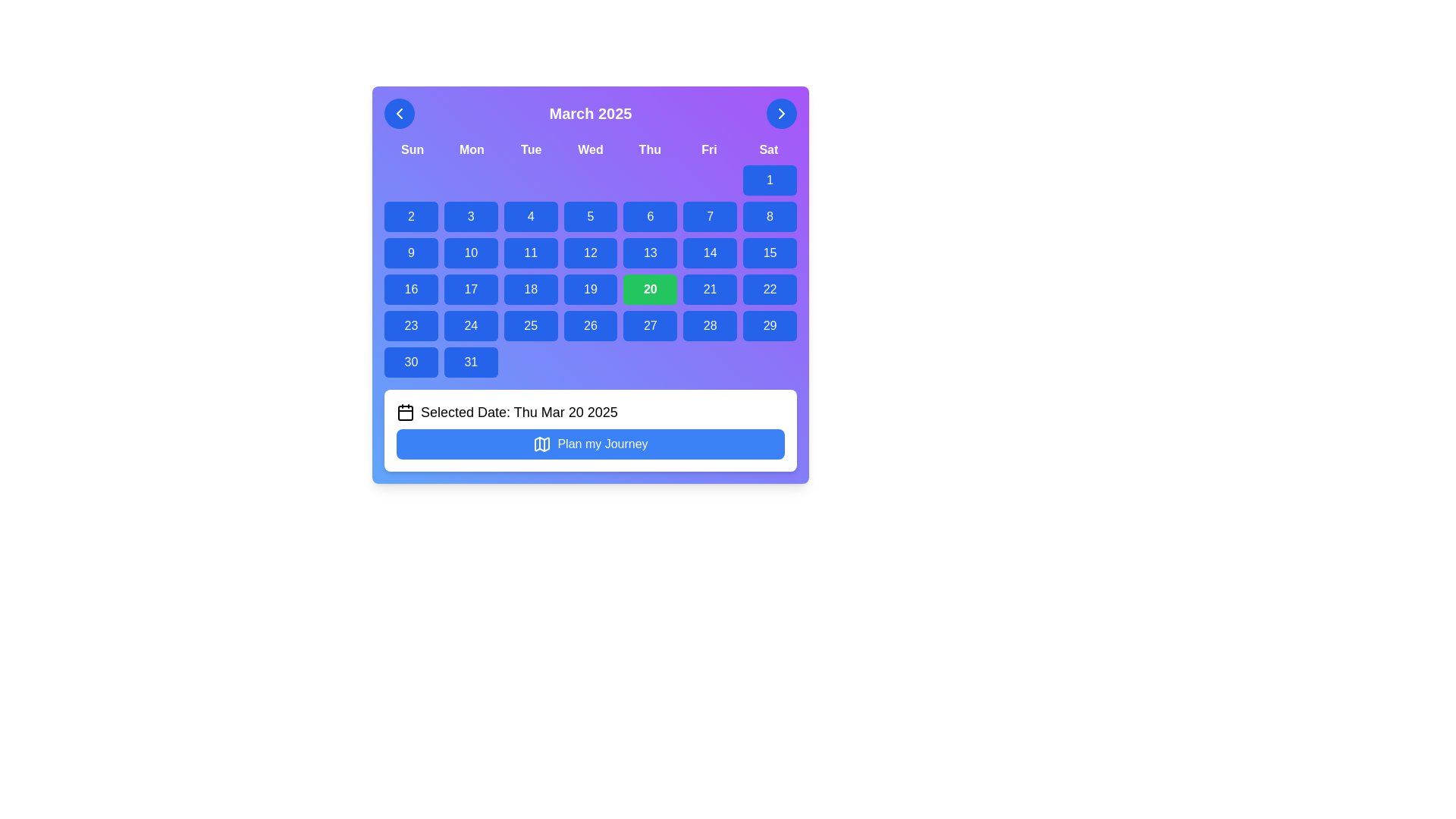  Describe the element at coordinates (770, 325) in the screenshot. I see `the date selector button for the date '29' in the calendar interface` at that location.